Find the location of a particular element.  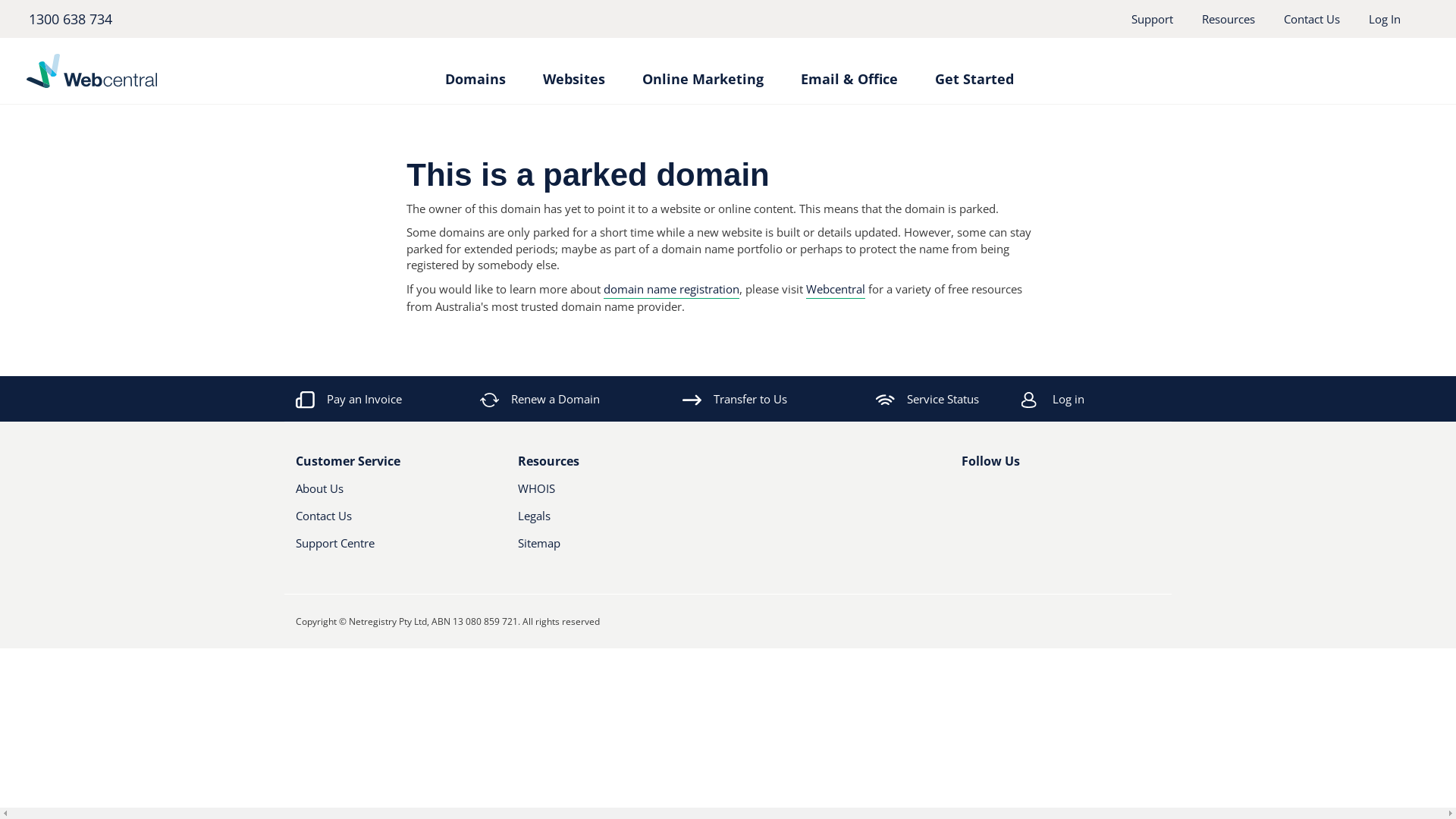

'Log in' is located at coordinates (1111, 397).